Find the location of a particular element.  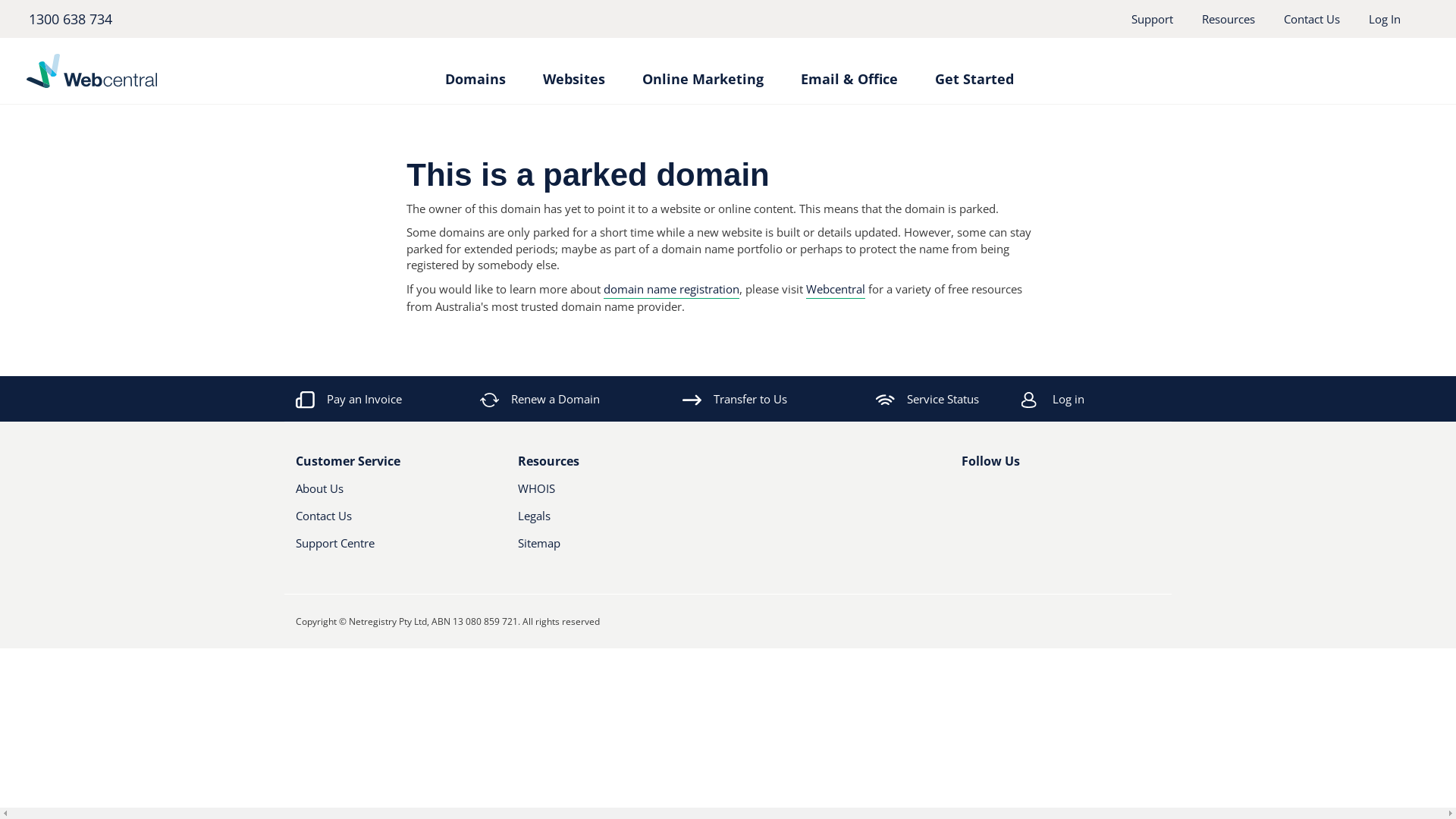

'Log in' is located at coordinates (1111, 397).